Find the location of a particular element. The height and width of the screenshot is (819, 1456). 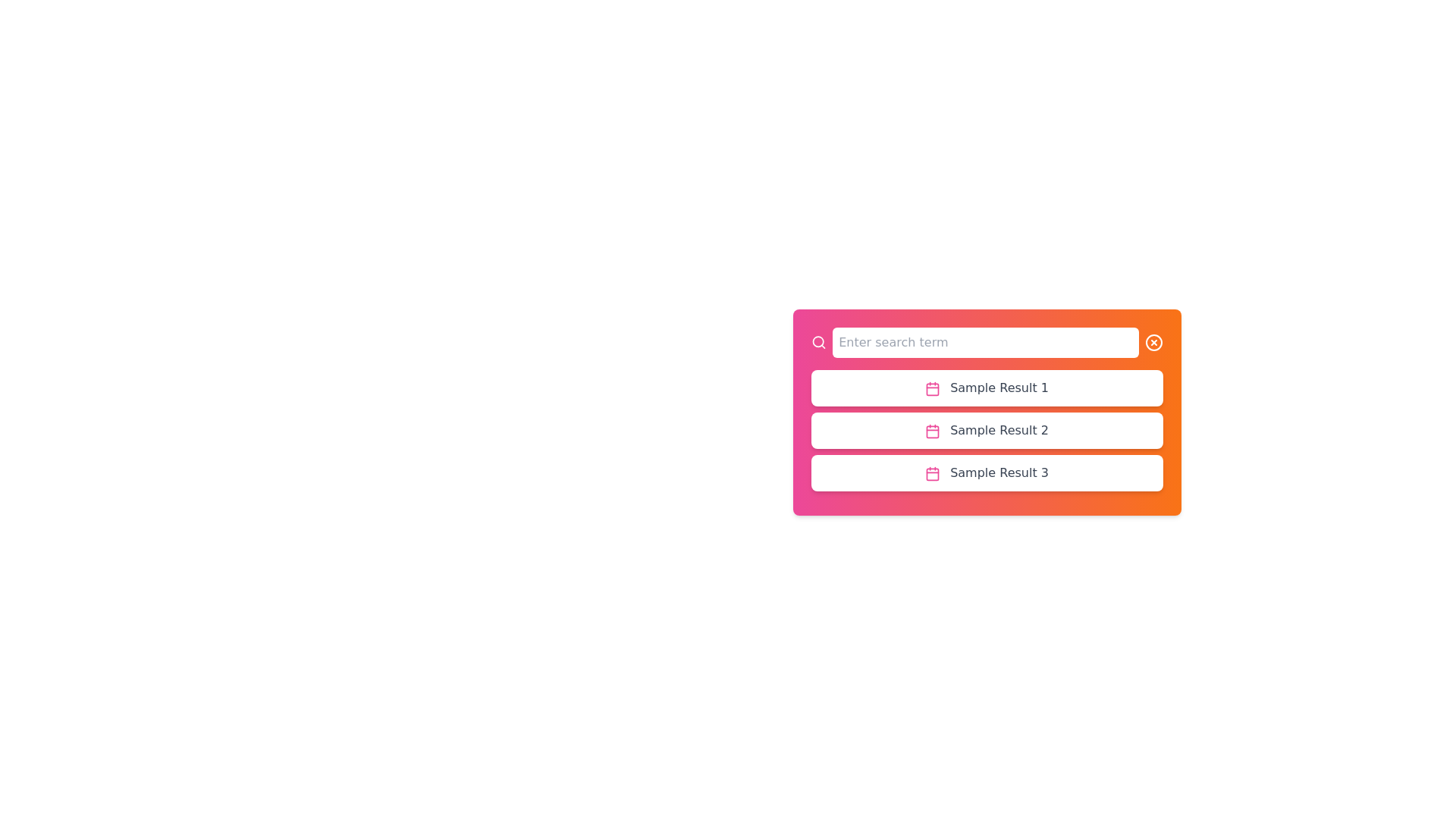

the button labeled 'Sample Result 2' with a calendar icon is located at coordinates (987, 430).